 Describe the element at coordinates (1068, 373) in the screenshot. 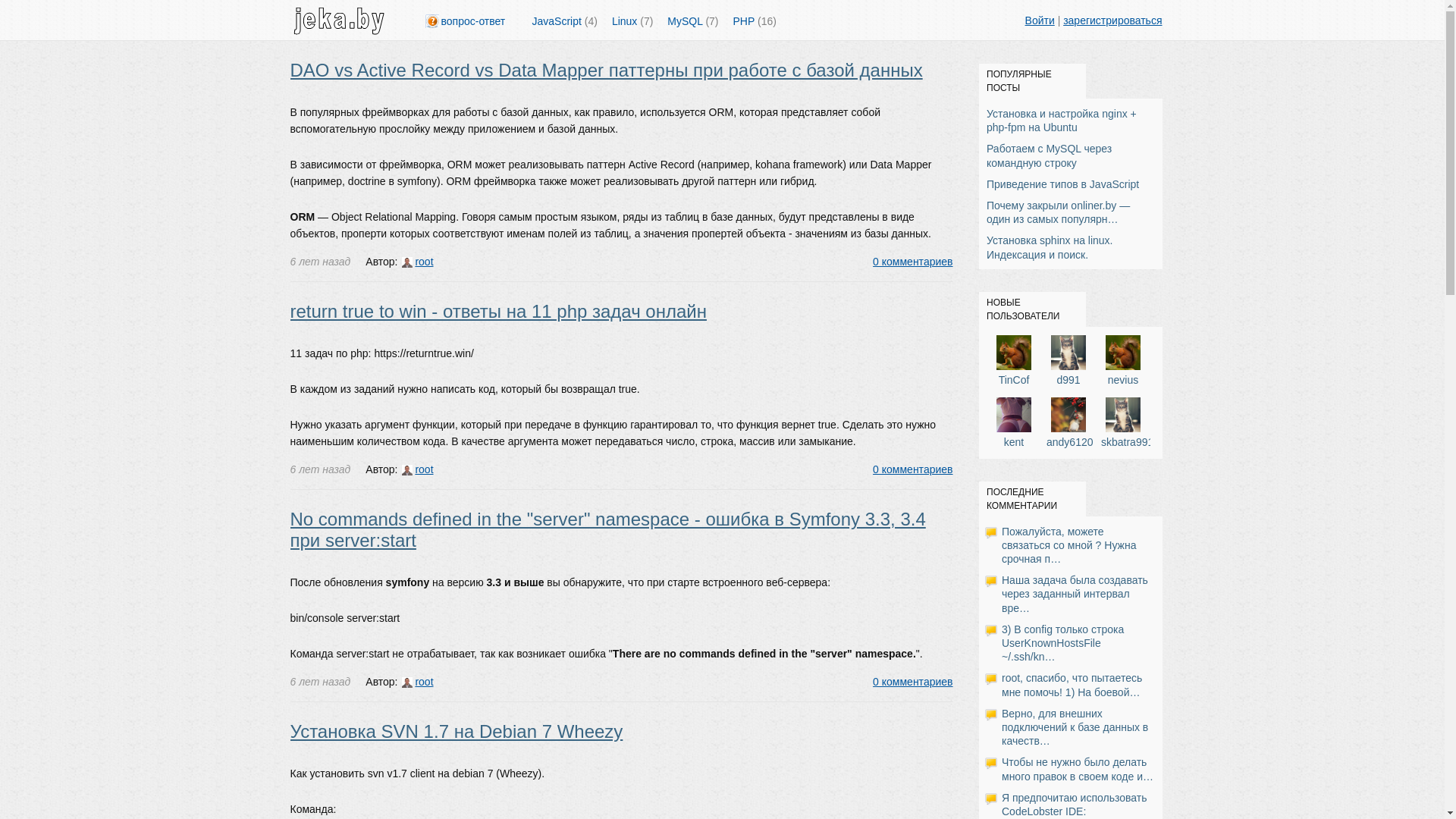

I see `'d991'` at that location.